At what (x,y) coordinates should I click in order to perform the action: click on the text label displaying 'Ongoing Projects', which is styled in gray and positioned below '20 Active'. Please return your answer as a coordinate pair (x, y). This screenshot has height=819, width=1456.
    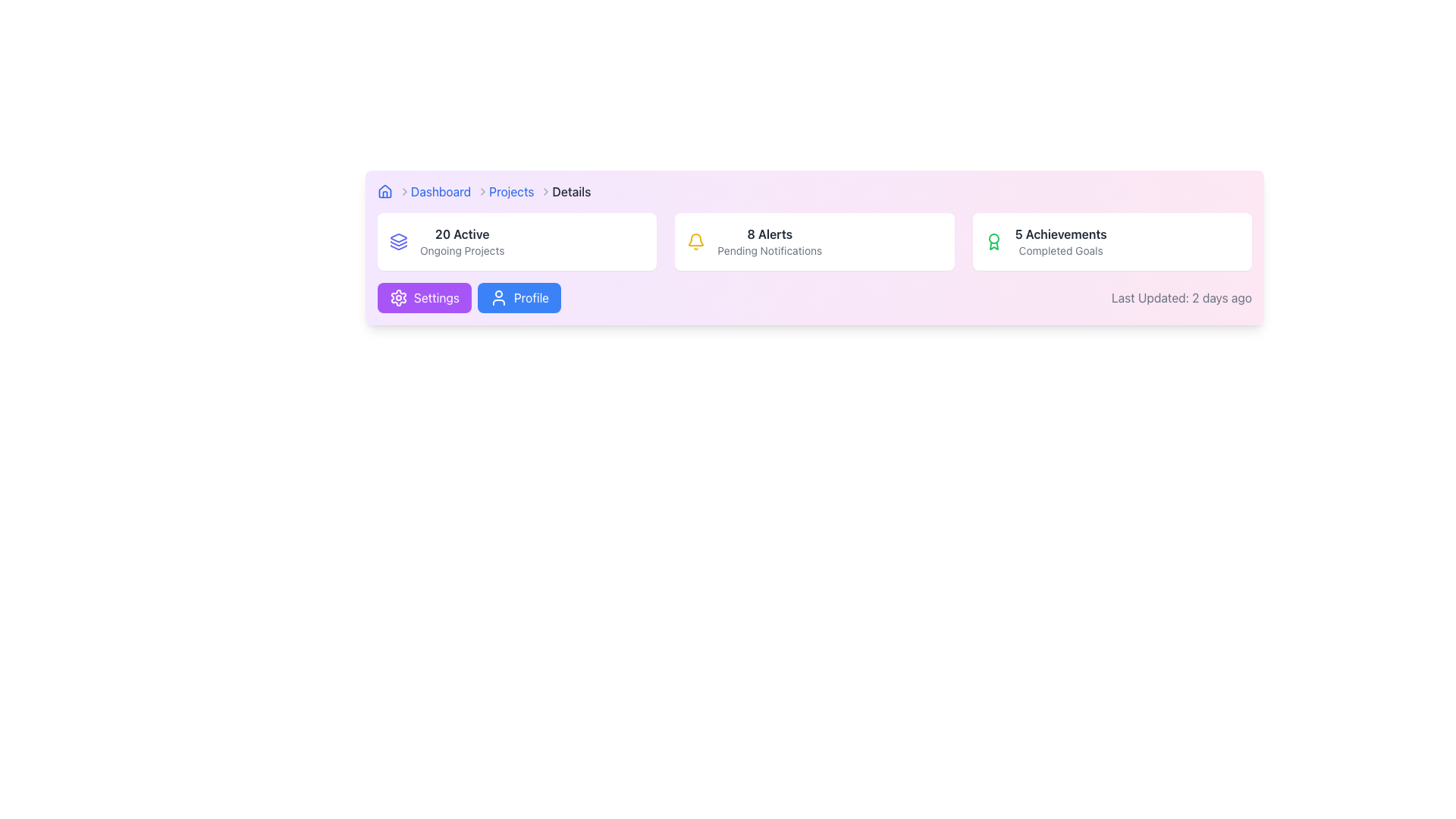
    Looking at the image, I should click on (461, 250).